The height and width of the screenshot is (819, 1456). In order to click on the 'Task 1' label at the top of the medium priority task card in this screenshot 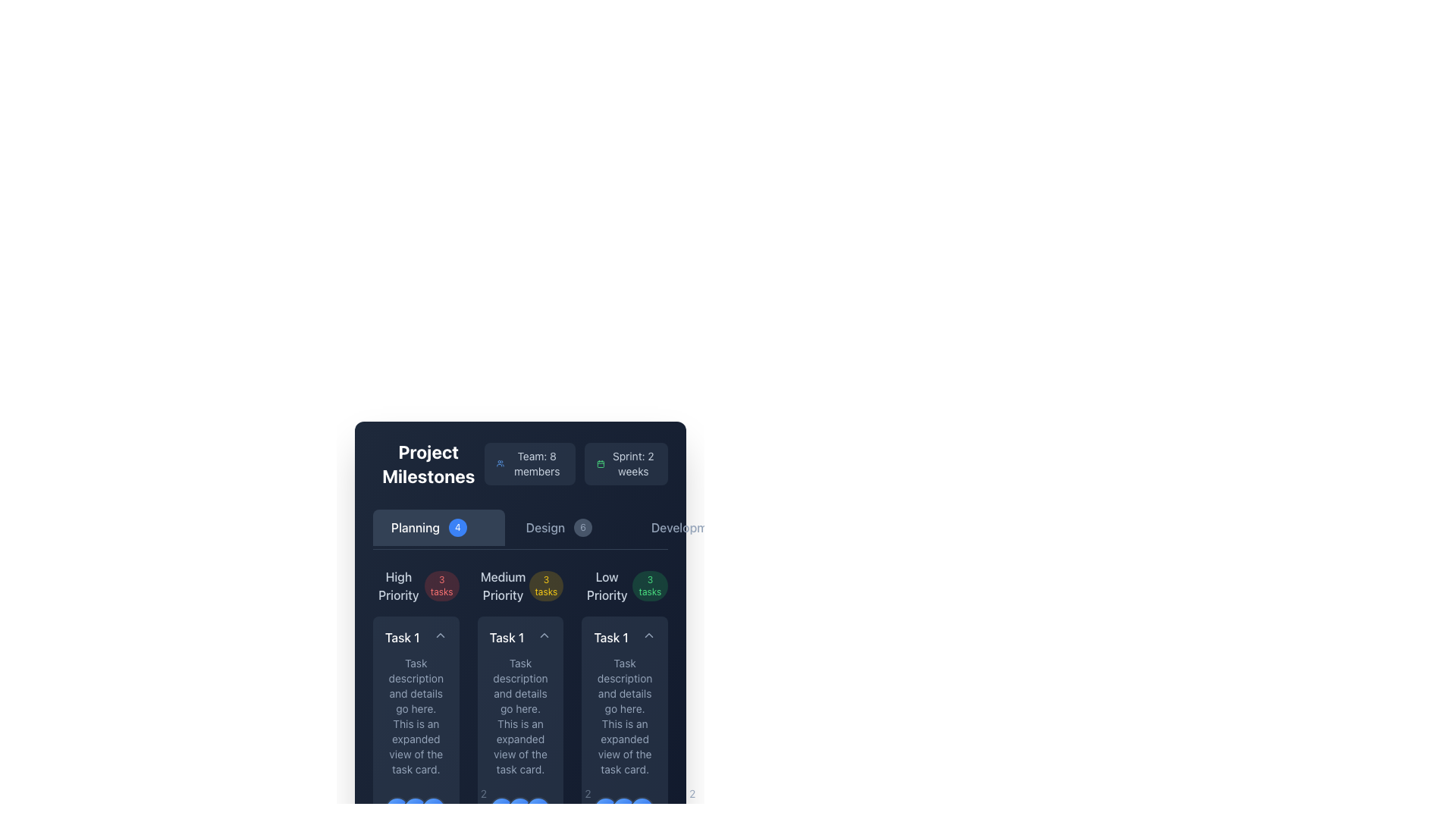, I will do `click(520, 637)`.